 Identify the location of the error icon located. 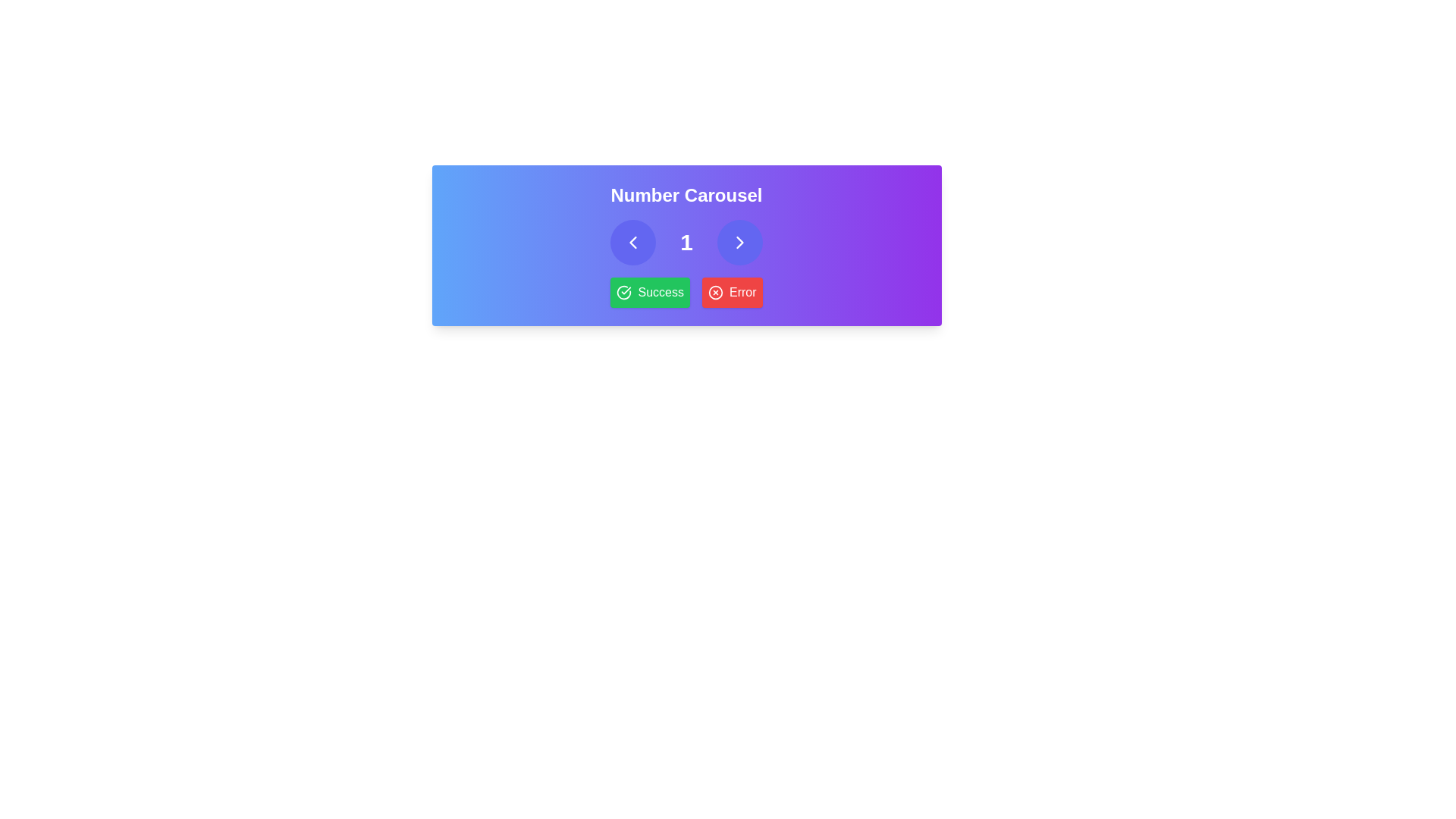
(714, 292).